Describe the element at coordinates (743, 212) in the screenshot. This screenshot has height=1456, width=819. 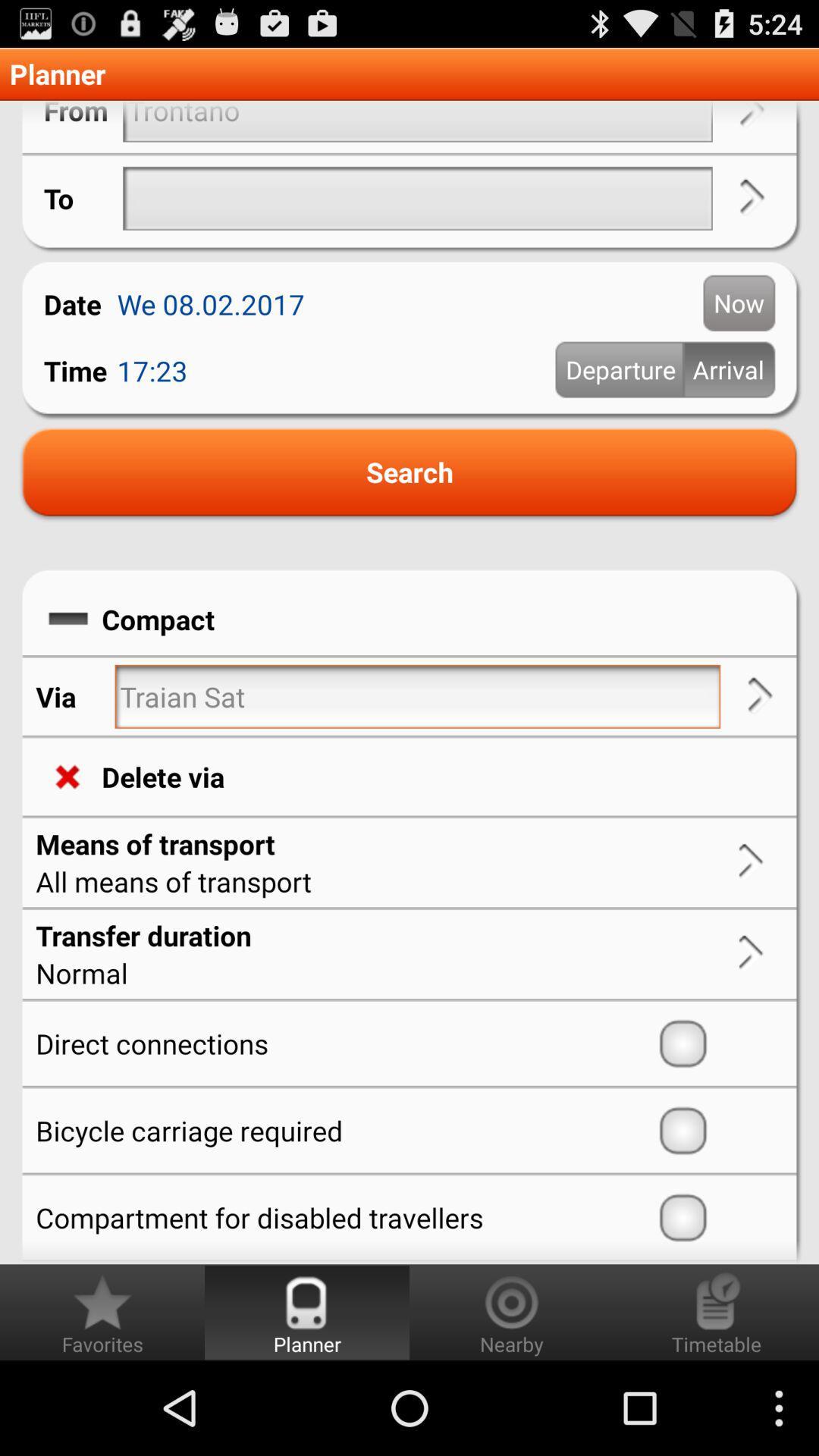
I see `the arrow_forward icon` at that location.